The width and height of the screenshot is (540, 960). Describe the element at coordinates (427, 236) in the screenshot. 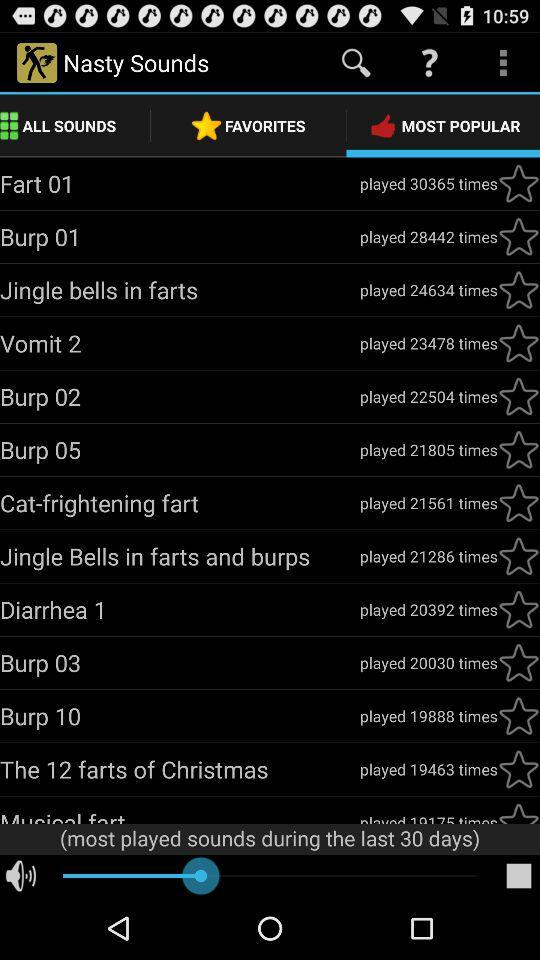

I see `played 28442 times` at that location.